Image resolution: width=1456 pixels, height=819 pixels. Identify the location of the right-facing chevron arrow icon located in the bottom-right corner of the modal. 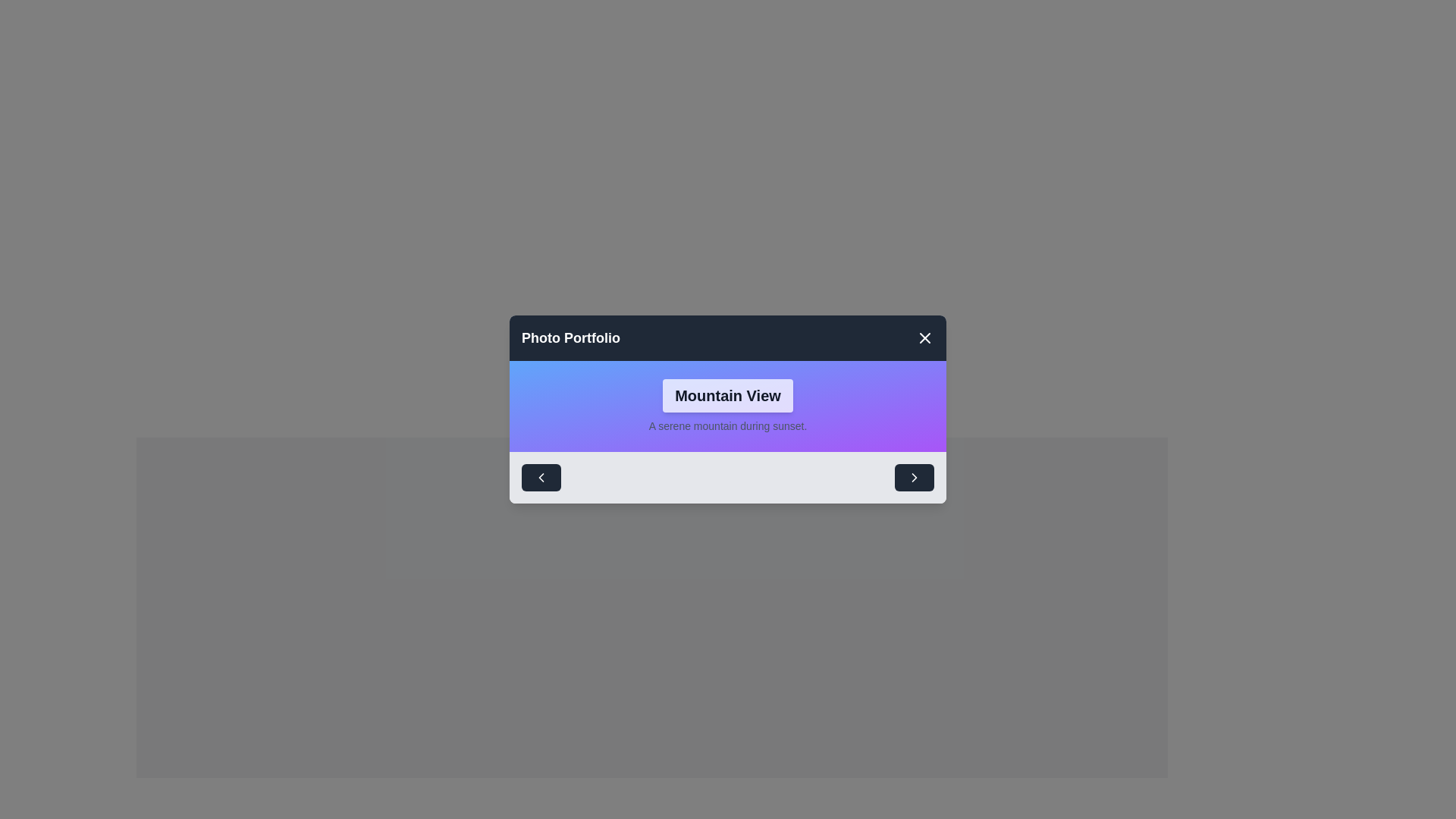
(913, 476).